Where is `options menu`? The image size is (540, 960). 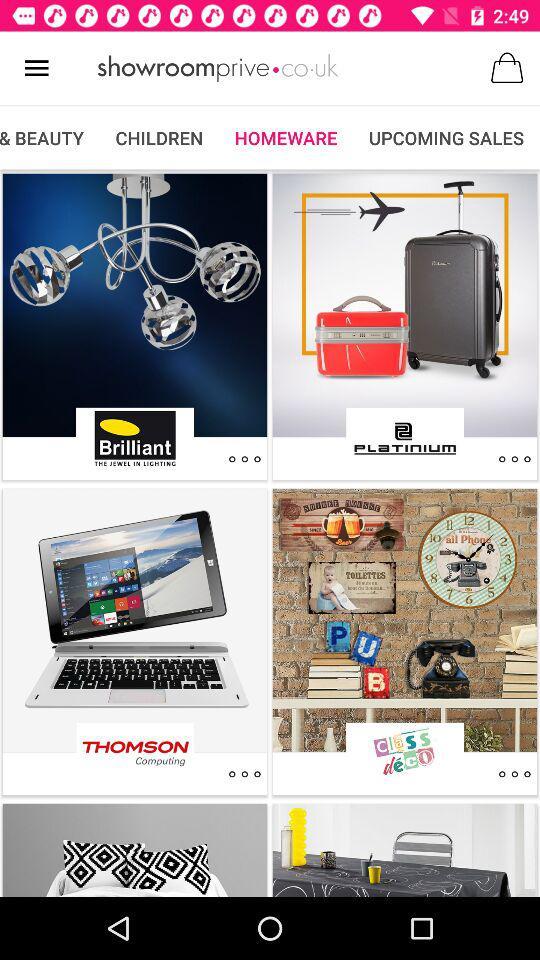
options menu is located at coordinates (514, 459).